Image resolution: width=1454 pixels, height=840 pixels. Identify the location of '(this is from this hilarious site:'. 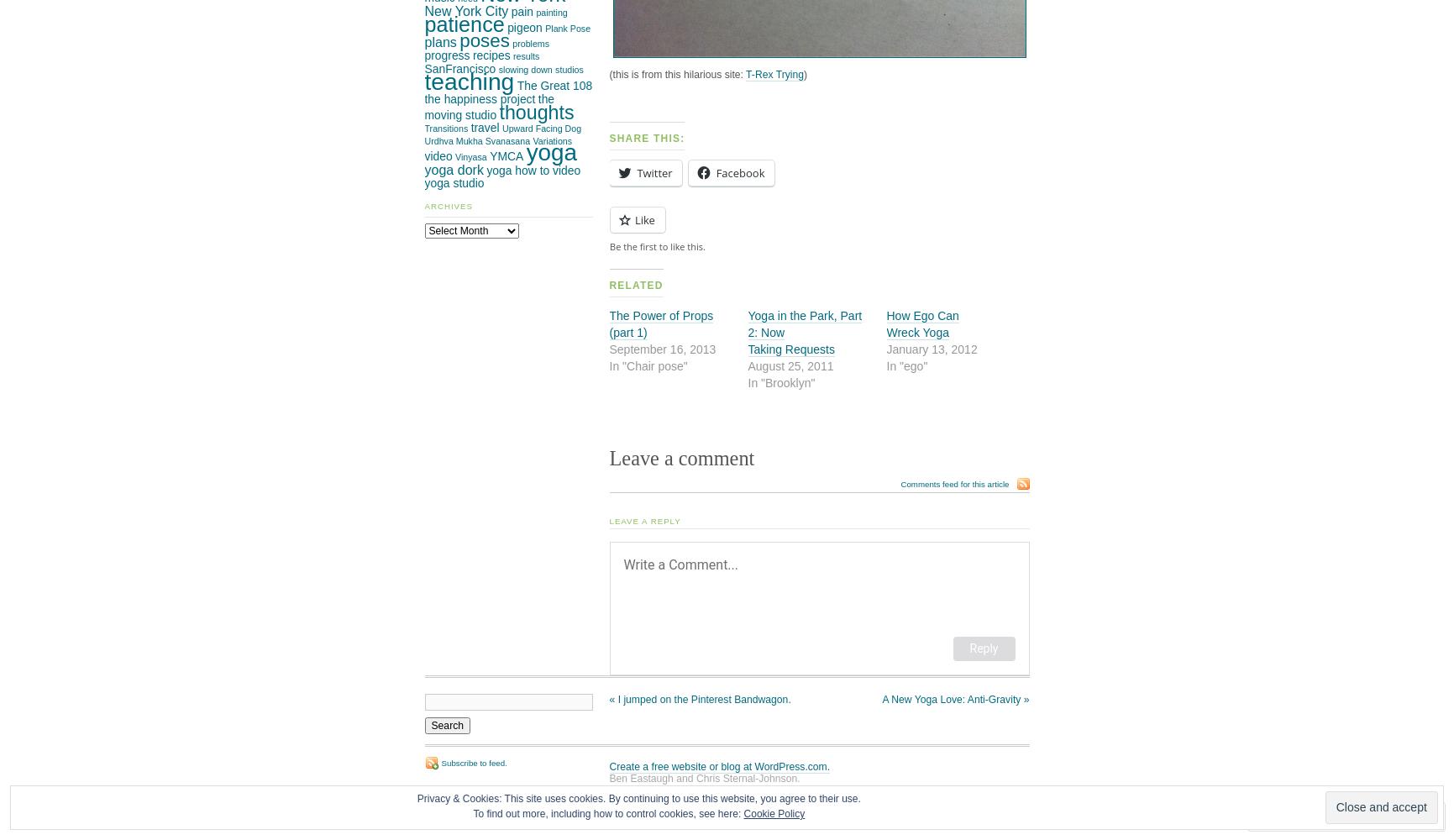
(677, 74).